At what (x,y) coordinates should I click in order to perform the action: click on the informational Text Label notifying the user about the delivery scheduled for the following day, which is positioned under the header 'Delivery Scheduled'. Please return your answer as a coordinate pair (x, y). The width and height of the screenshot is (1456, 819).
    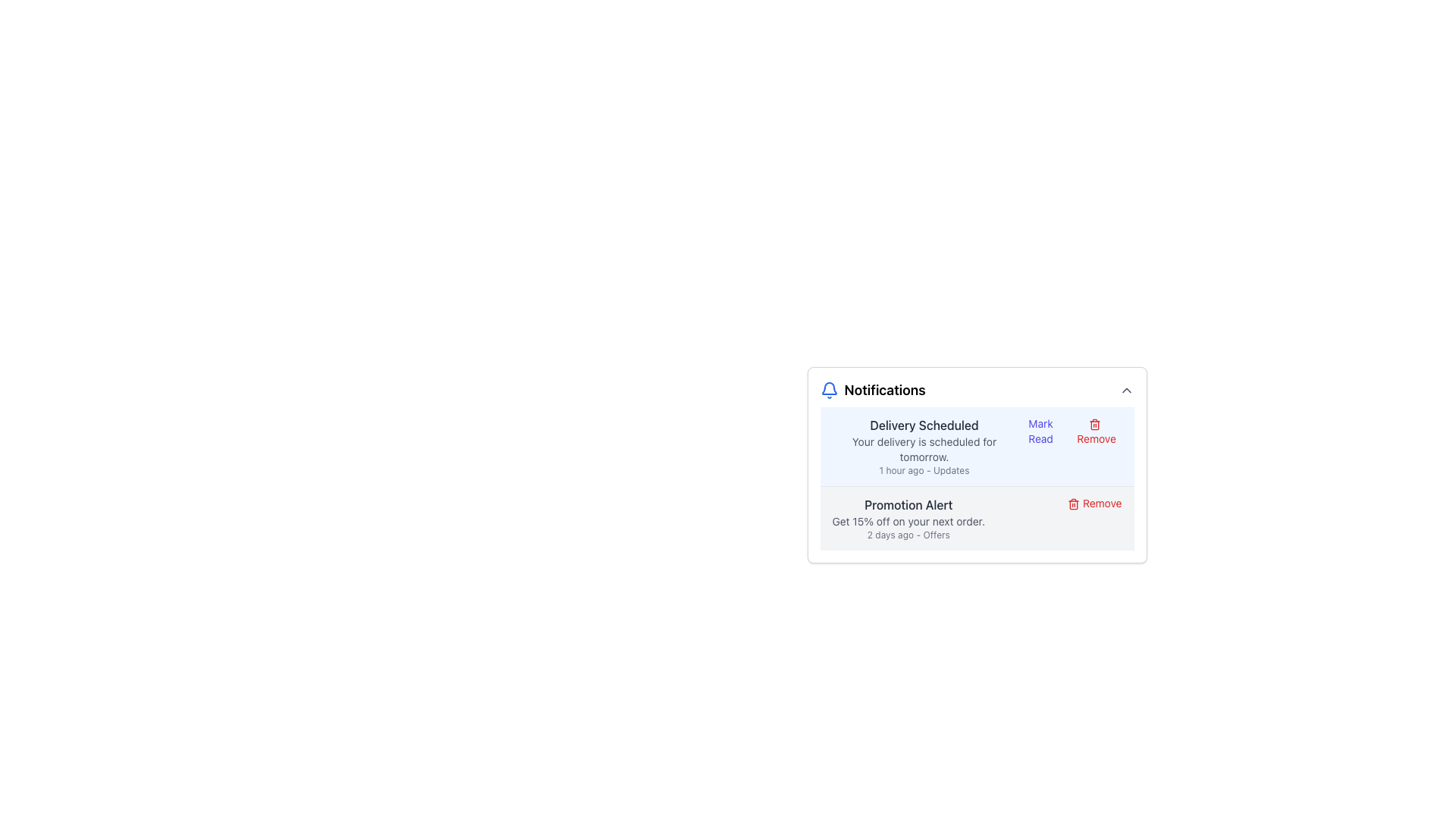
    Looking at the image, I should click on (924, 449).